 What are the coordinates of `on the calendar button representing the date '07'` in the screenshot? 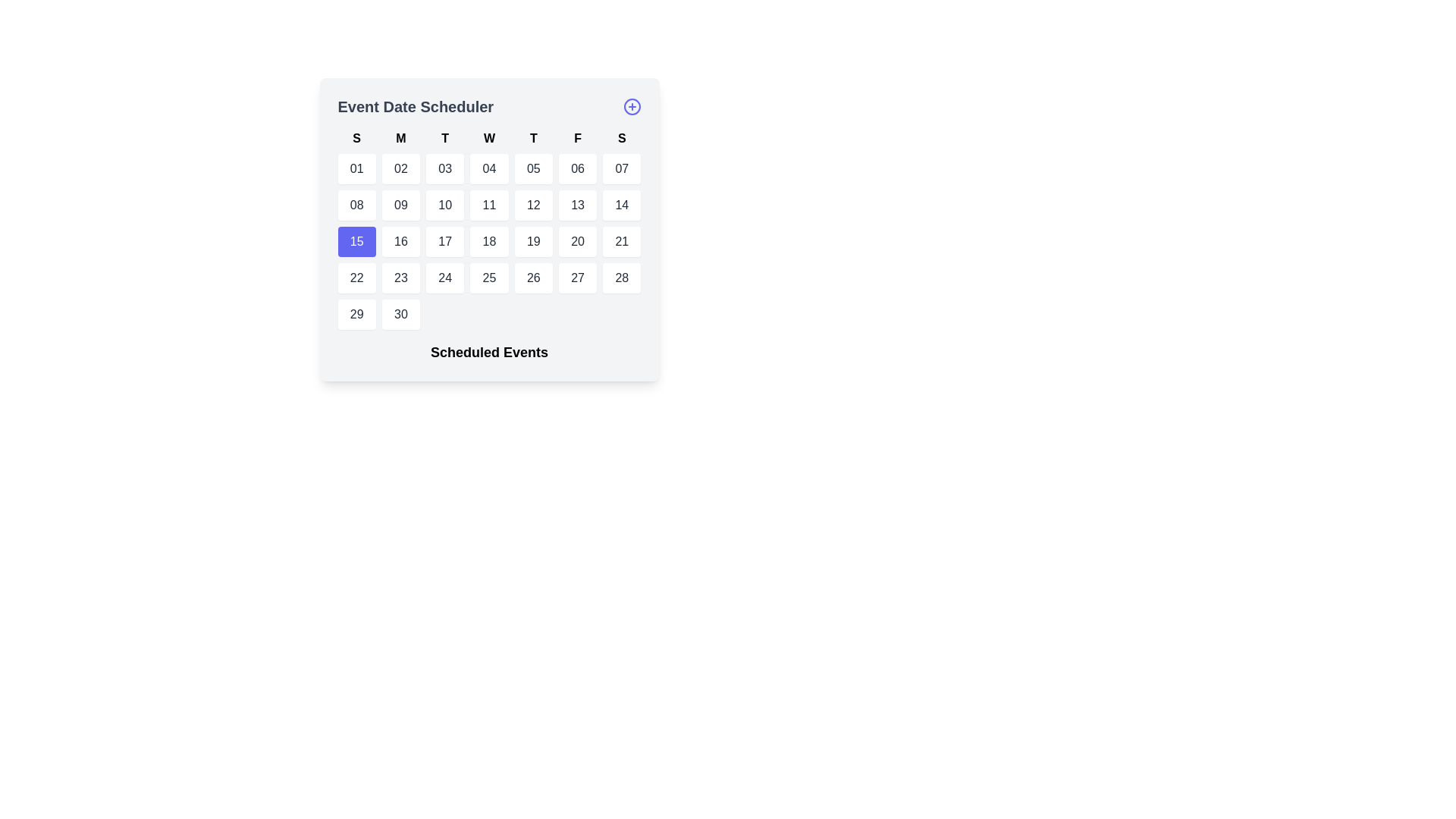 It's located at (622, 169).